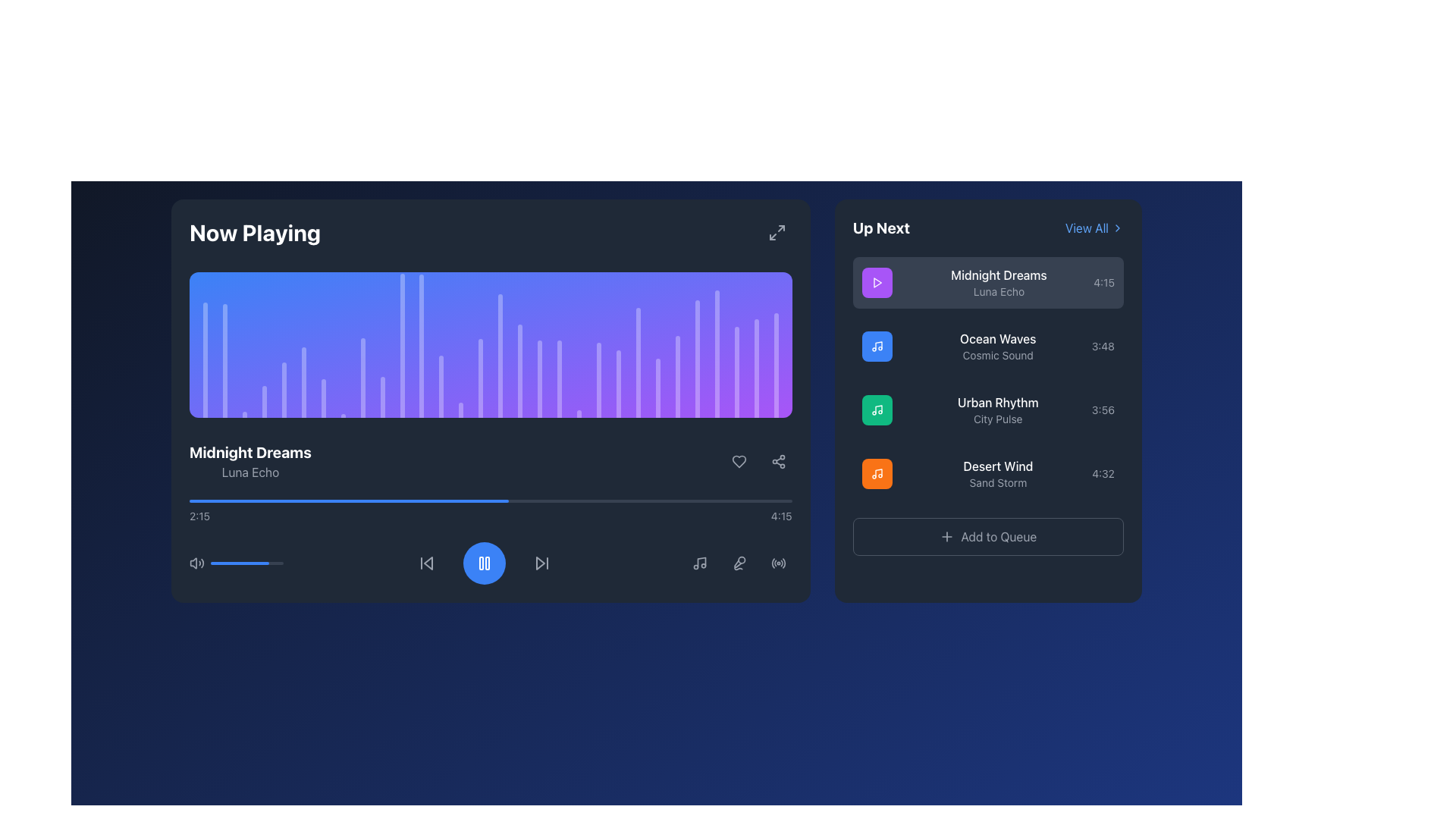 This screenshot has height=819, width=1456. I want to click on the sixth vertical bar in the waveform display located at the top section of the 'Now Playing' card, so click(303, 381).